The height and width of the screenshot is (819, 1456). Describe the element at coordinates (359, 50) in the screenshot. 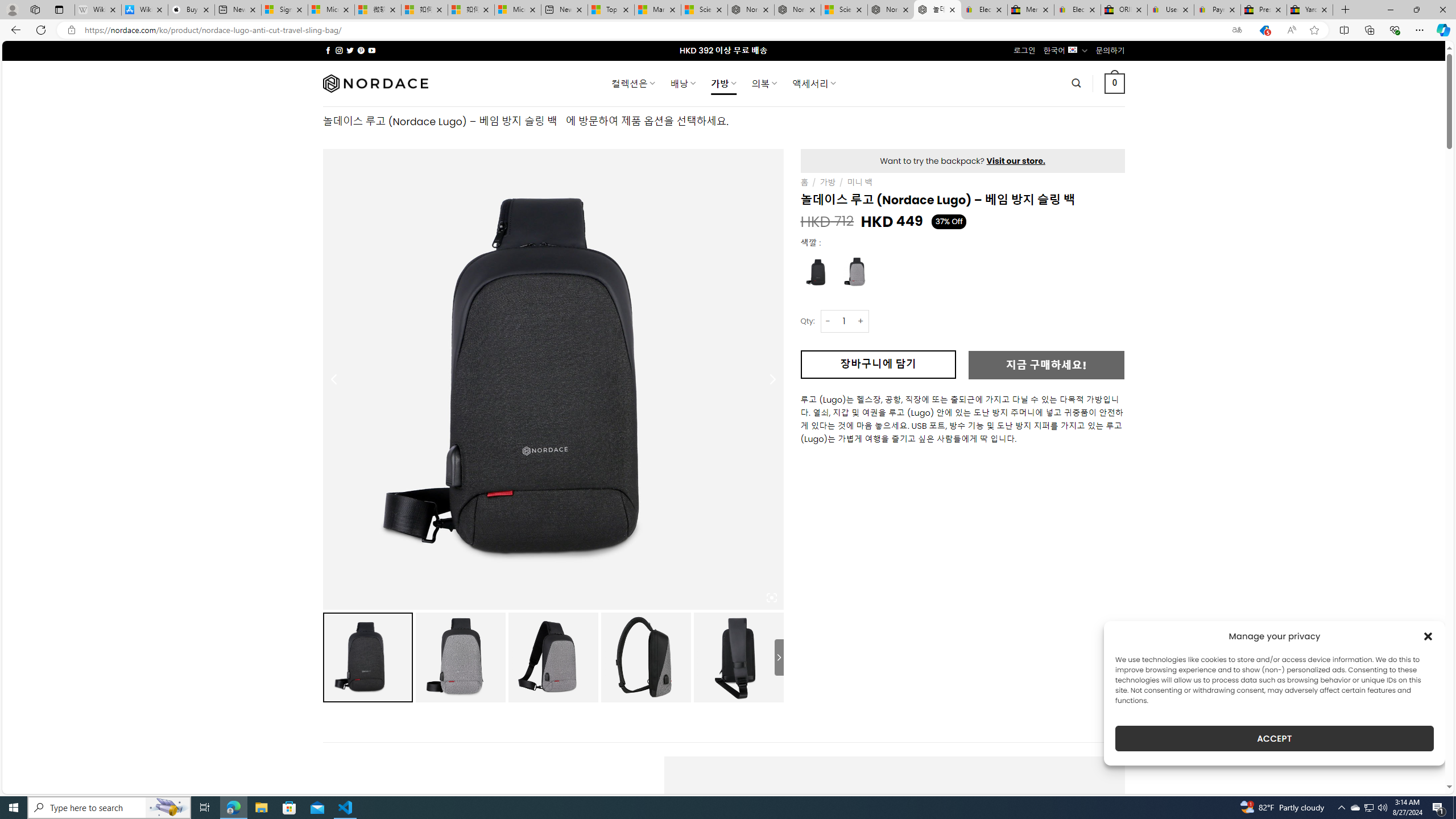

I see `'Follow on Pinterest'` at that location.